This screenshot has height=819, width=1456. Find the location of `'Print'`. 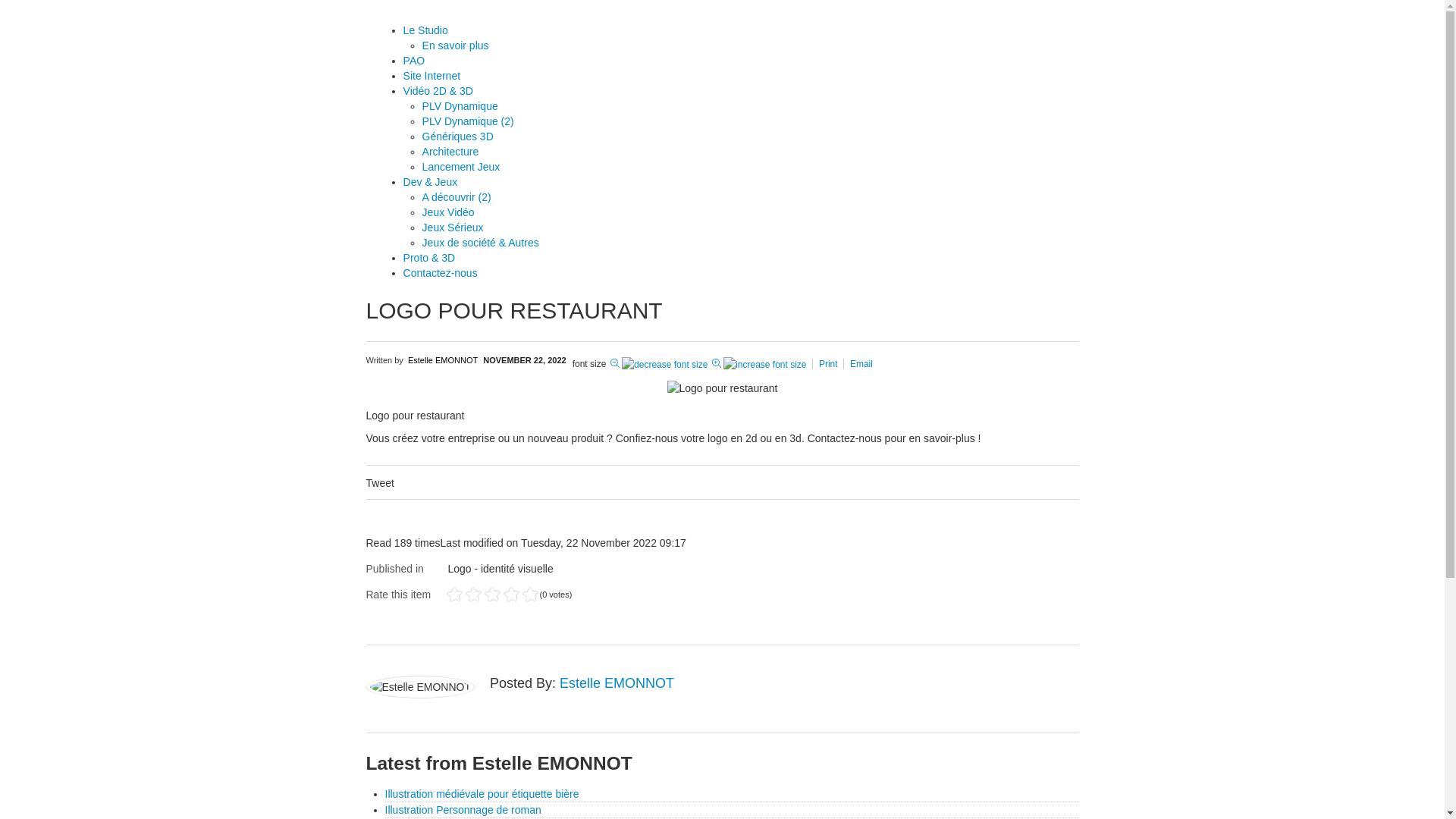

'Print' is located at coordinates (829, 363).